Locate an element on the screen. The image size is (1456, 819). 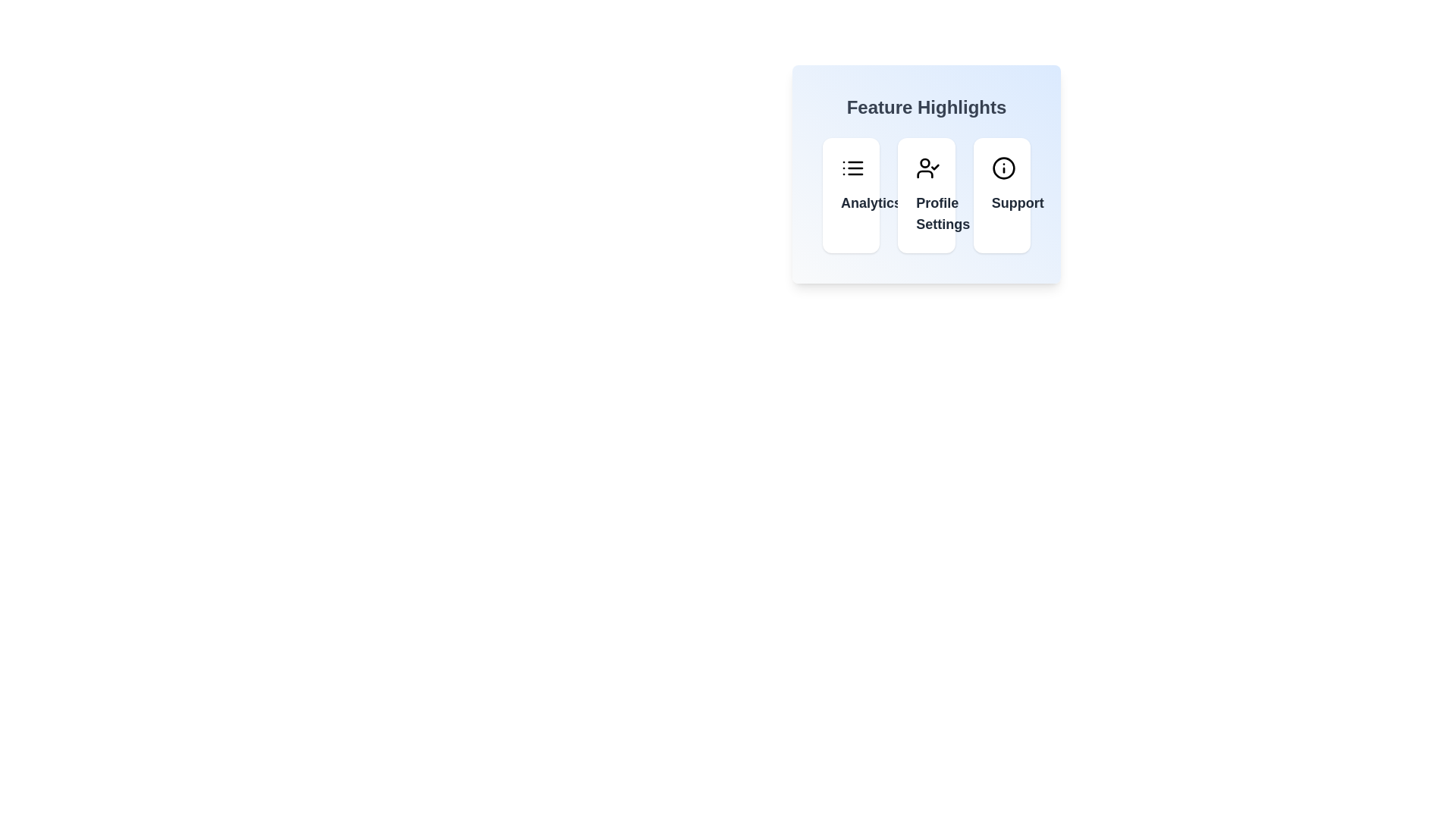
the second Interactive card in the 'Feature Highlights' section is located at coordinates (926, 195).